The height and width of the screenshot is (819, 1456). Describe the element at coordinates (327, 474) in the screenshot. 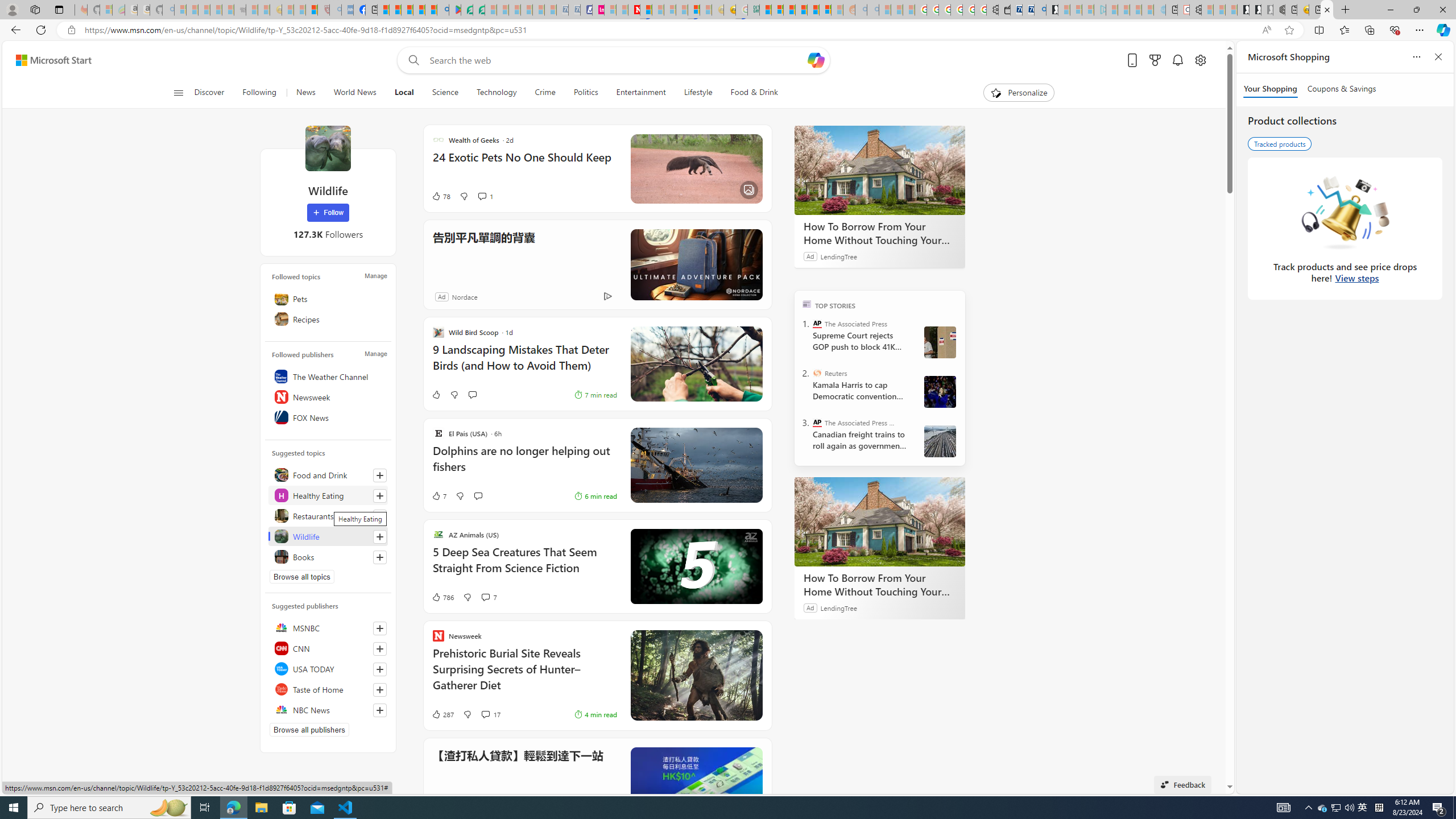

I see `'Food and Drink'` at that location.